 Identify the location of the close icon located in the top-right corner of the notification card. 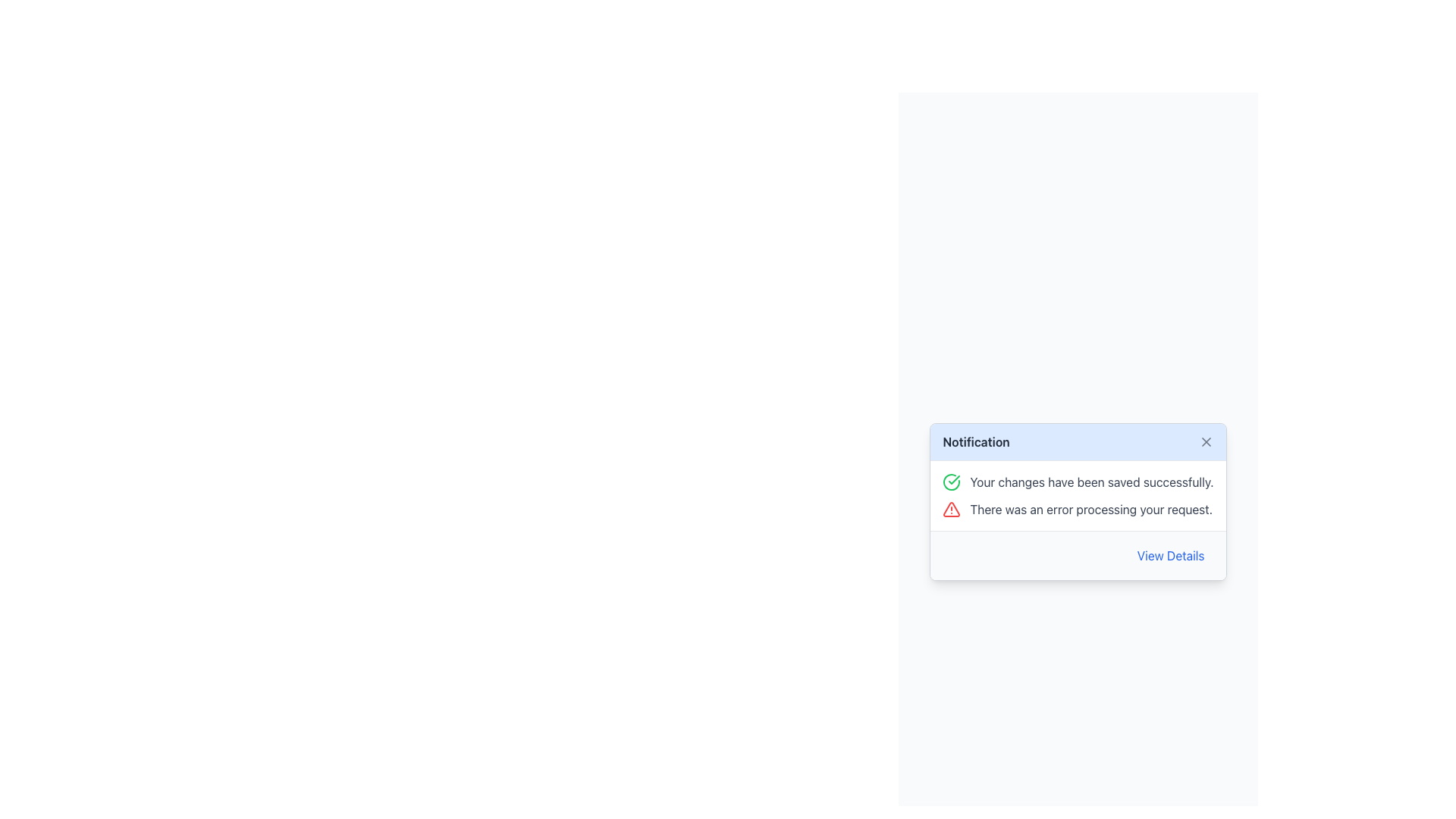
(1205, 441).